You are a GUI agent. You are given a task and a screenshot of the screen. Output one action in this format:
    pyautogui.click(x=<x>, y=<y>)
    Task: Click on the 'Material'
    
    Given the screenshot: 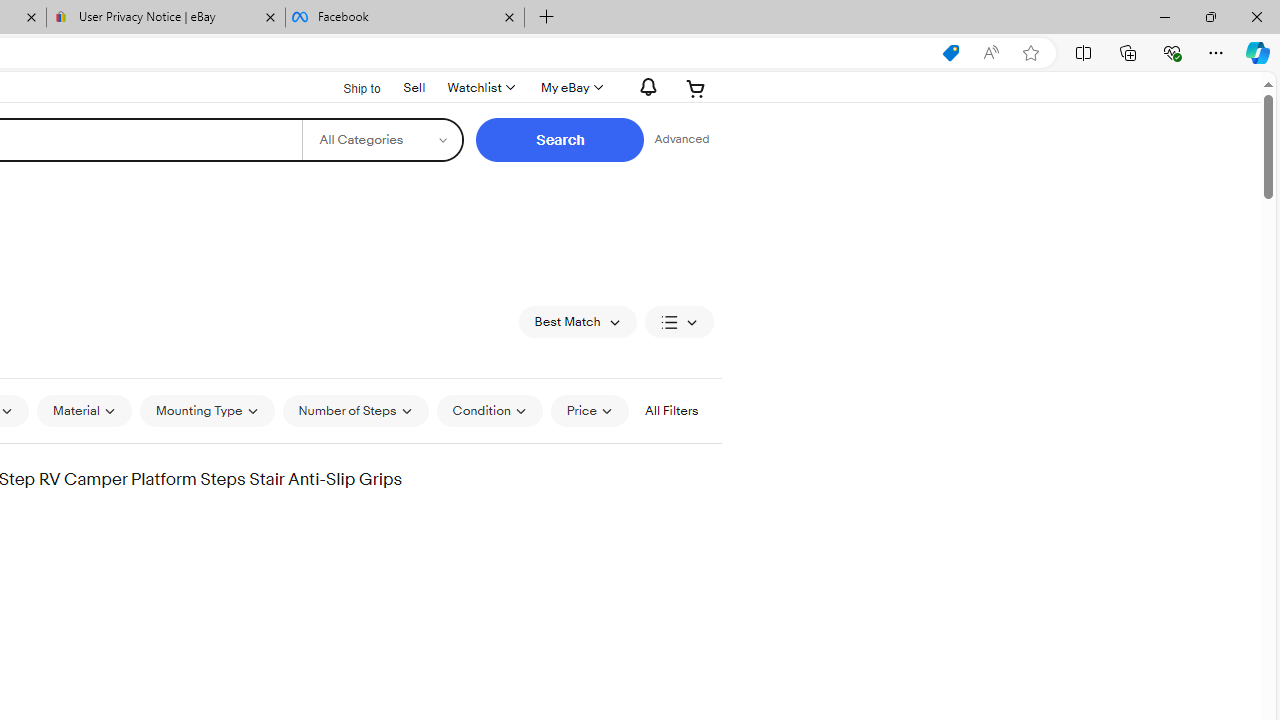 What is the action you would take?
    pyautogui.click(x=83, y=410)
    